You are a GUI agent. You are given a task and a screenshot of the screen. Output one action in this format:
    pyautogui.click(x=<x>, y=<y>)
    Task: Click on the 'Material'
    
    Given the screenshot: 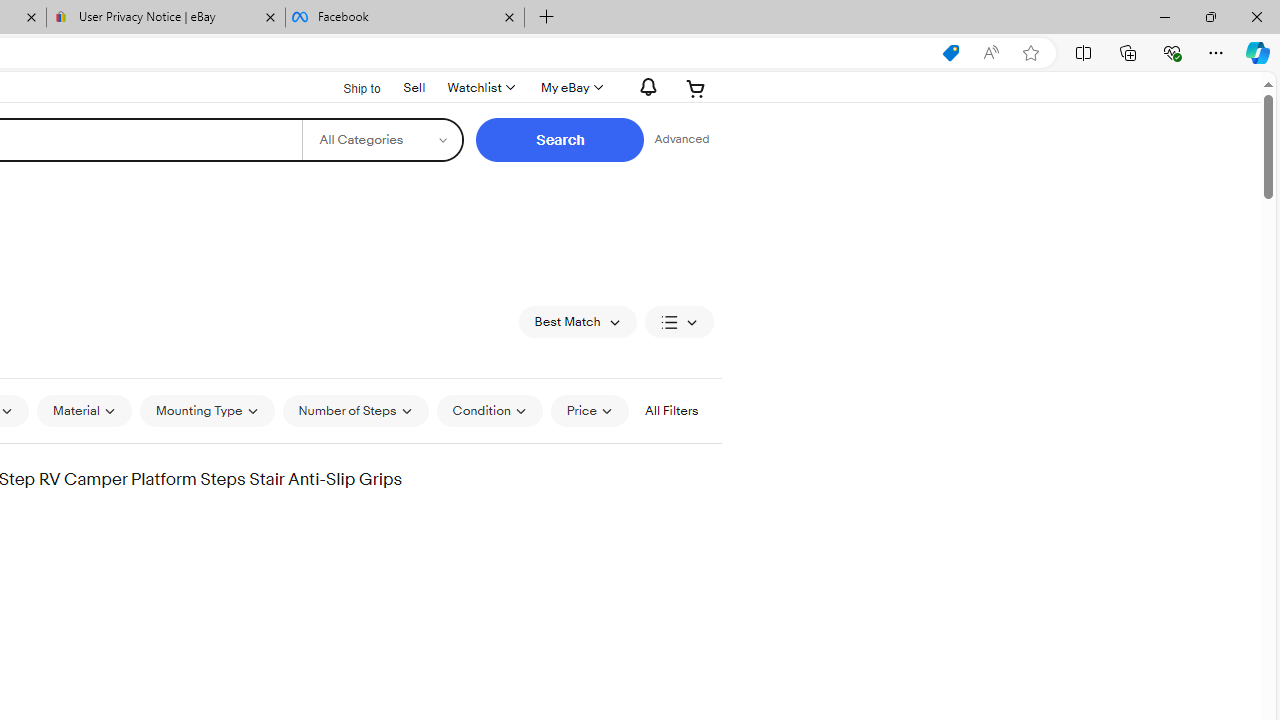 What is the action you would take?
    pyautogui.click(x=83, y=410)
    